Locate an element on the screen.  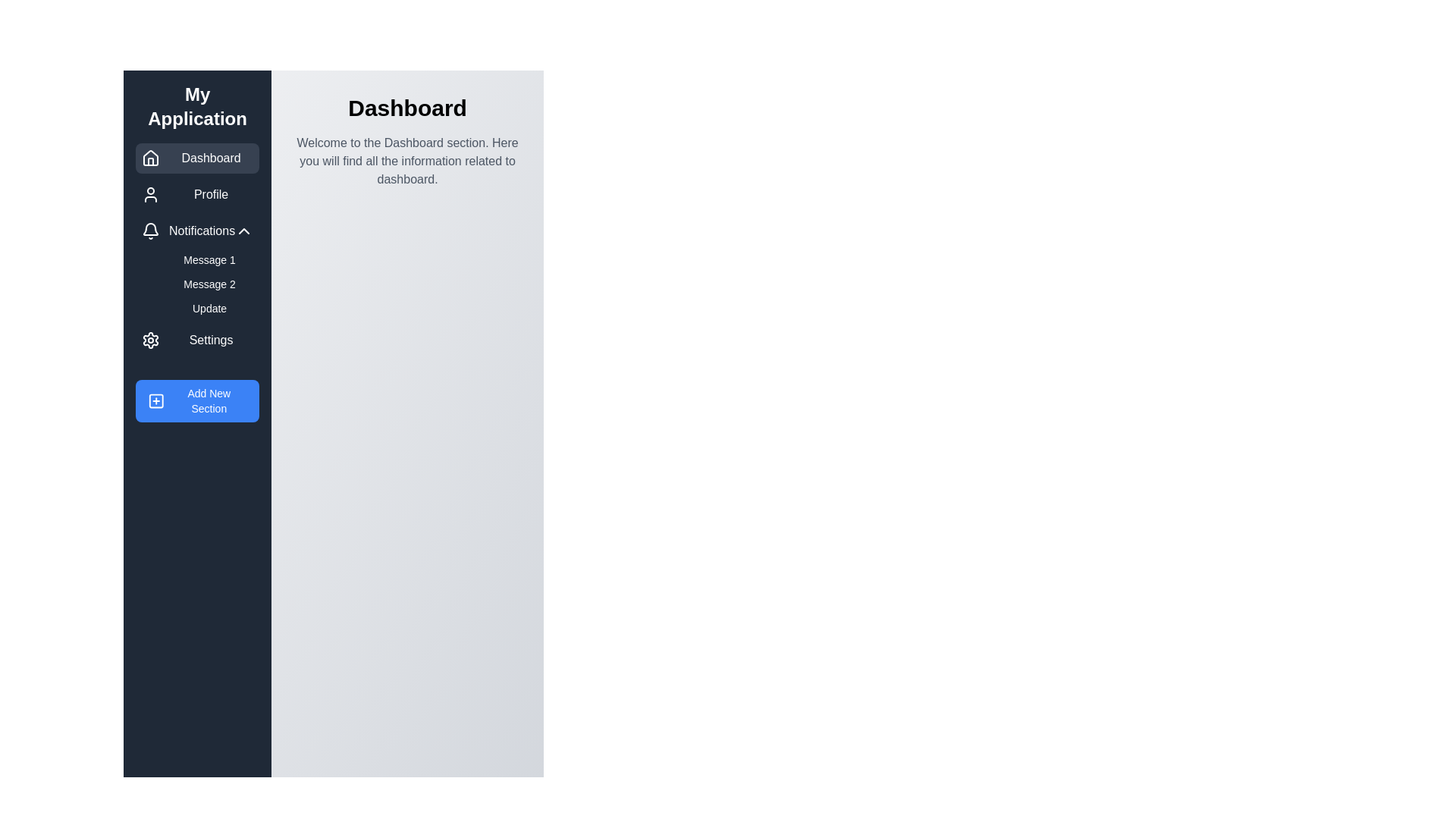
the toggle button located at the far-right side of the 'Notifications' menu item in the sidebar is located at coordinates (244, 231).